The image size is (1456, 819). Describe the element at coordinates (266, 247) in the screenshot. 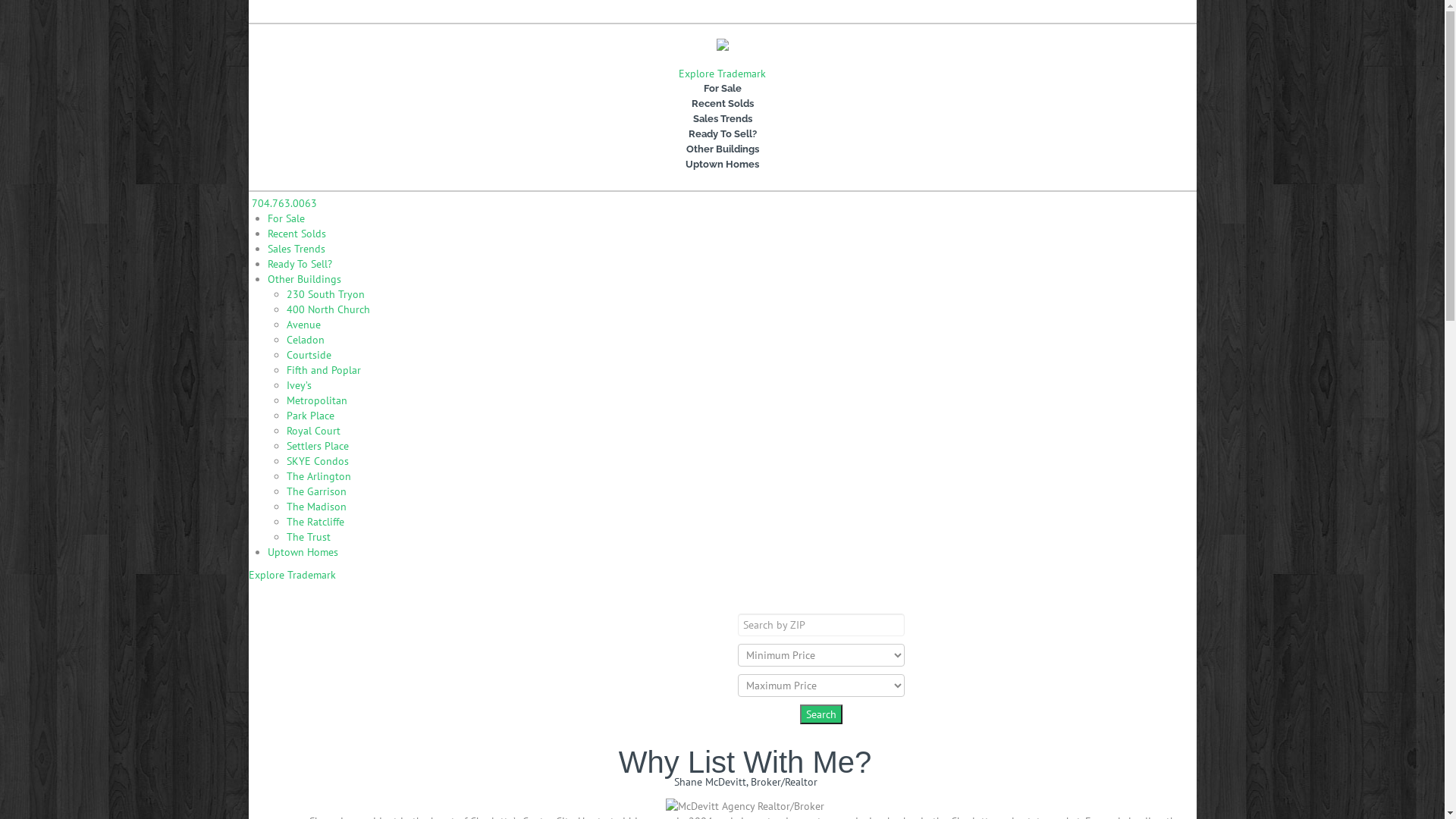

I see `'Sales Trends'` at that location.